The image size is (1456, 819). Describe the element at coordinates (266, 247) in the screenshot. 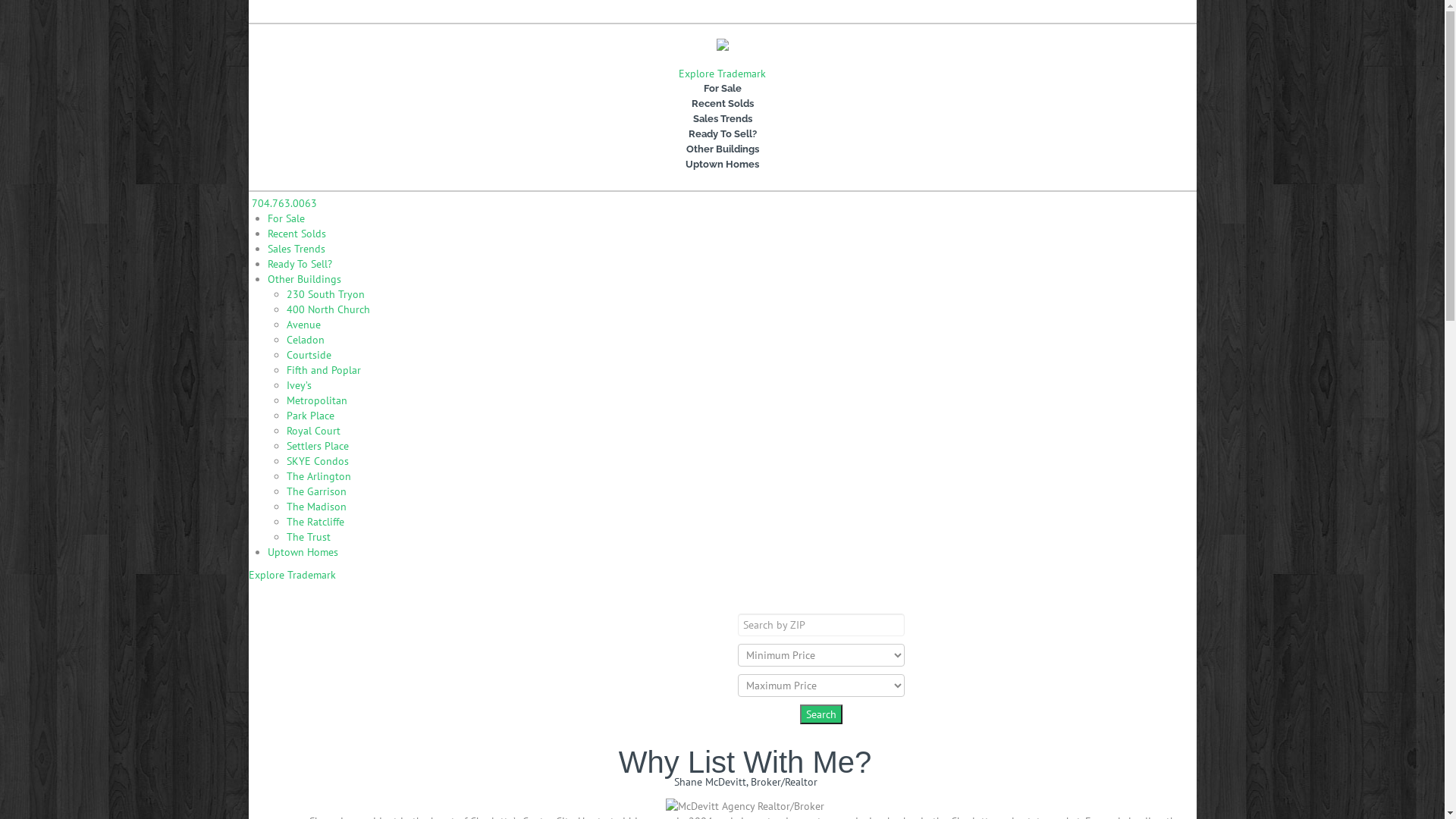

I see `'Sales Trends'` at that location.